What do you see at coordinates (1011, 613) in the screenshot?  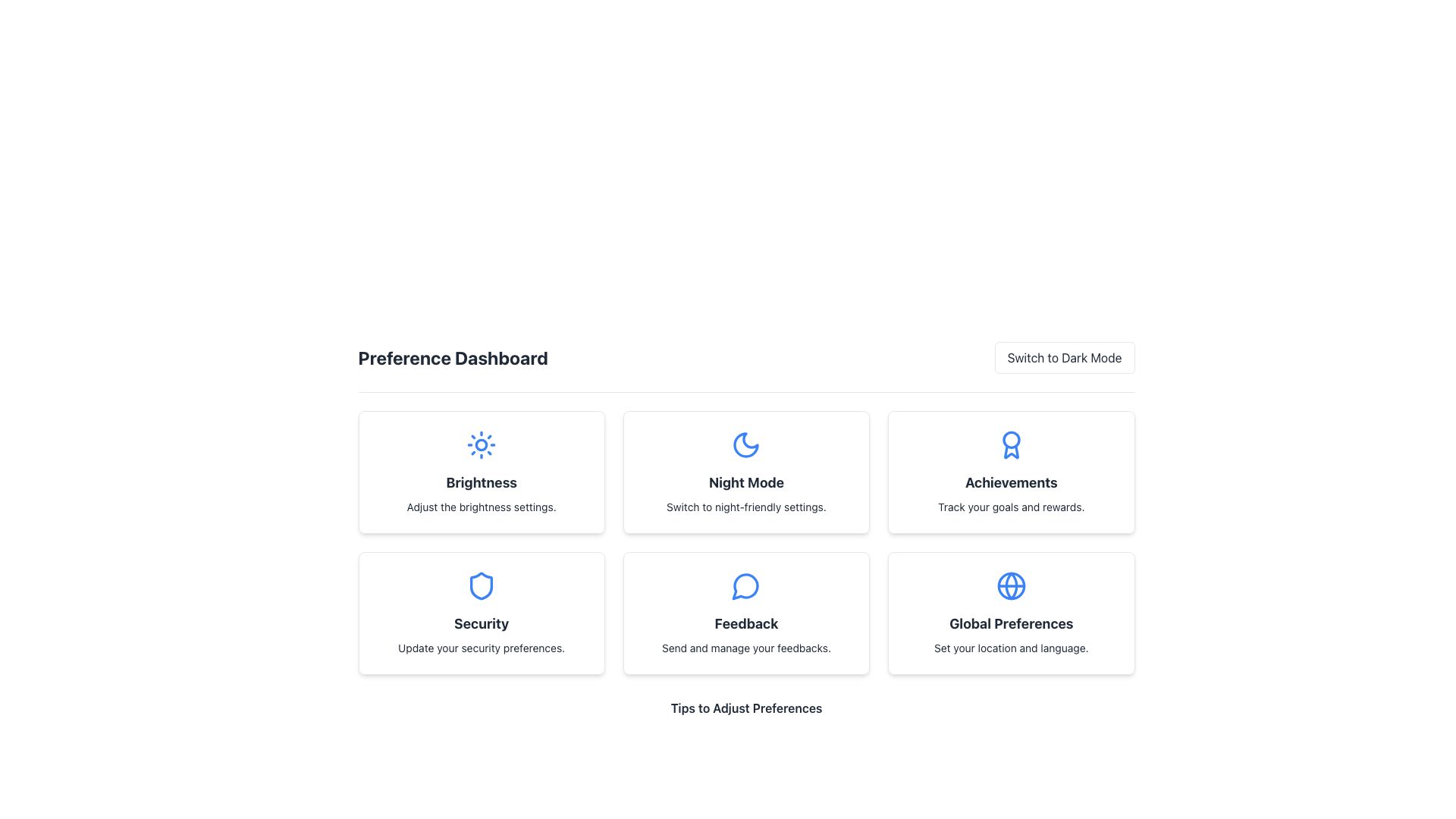 I see `the 'Global Preferences' card, which is the last card in a grid layout` at bounding box center [1011, 613].